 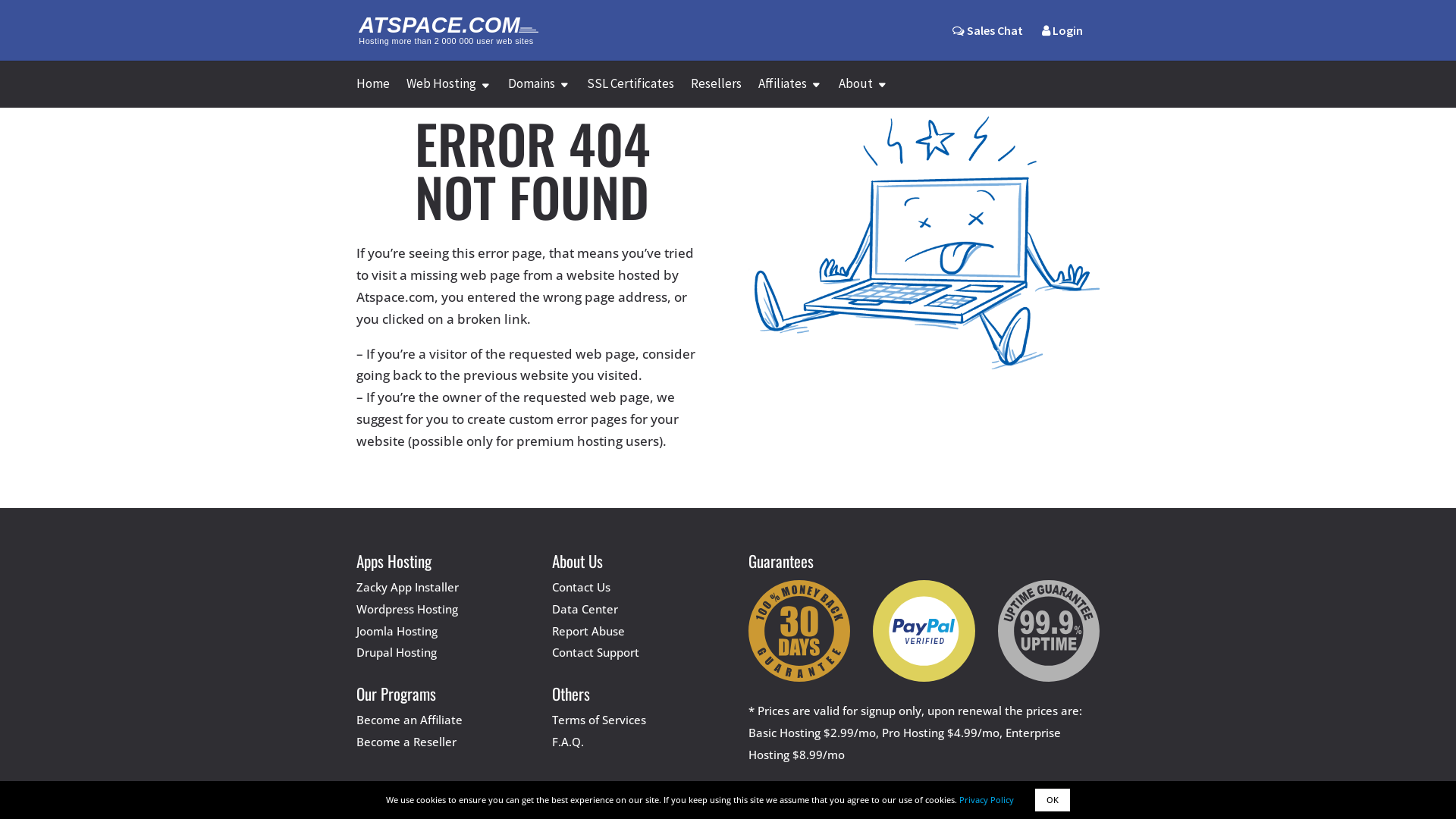 I want to click on 'Wordpress Hosting', so click(x=407, y=607).